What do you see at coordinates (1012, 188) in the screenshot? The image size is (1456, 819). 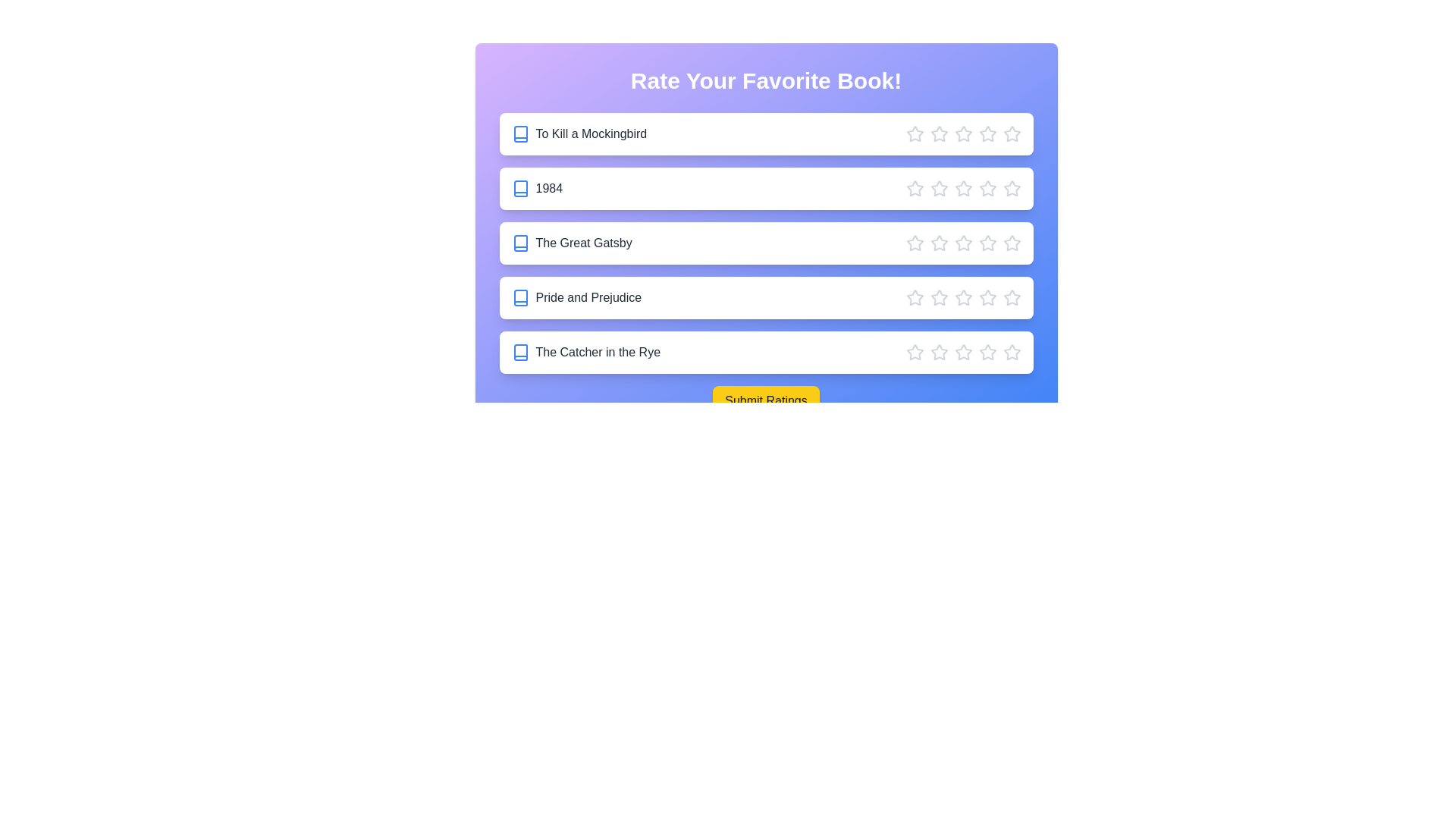 I see `the star corresponding to 5 stars for the book 1984` at bounding box center [1012, 188].